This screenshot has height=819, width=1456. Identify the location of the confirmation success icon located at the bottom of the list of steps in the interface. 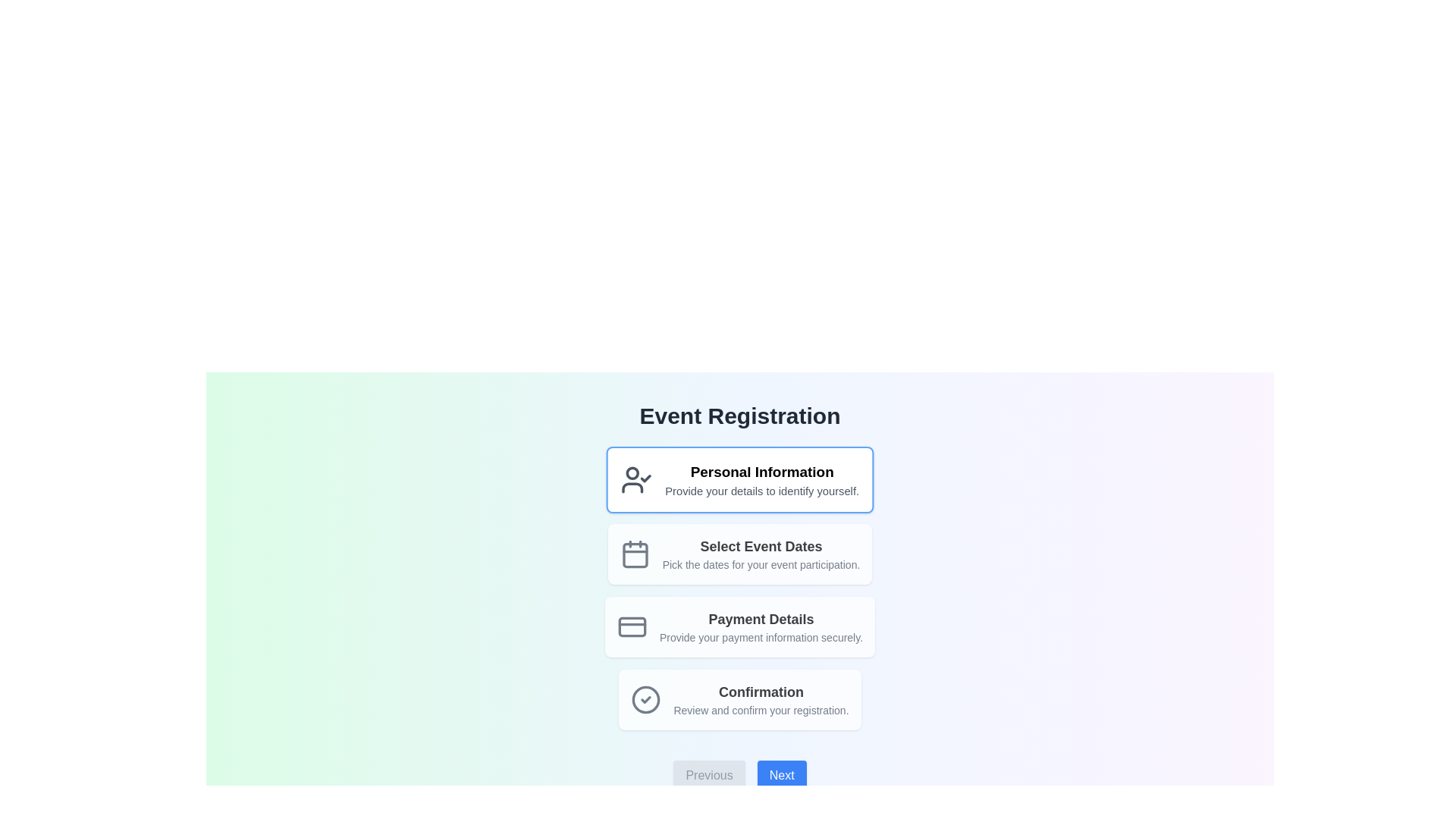
(646, 699).